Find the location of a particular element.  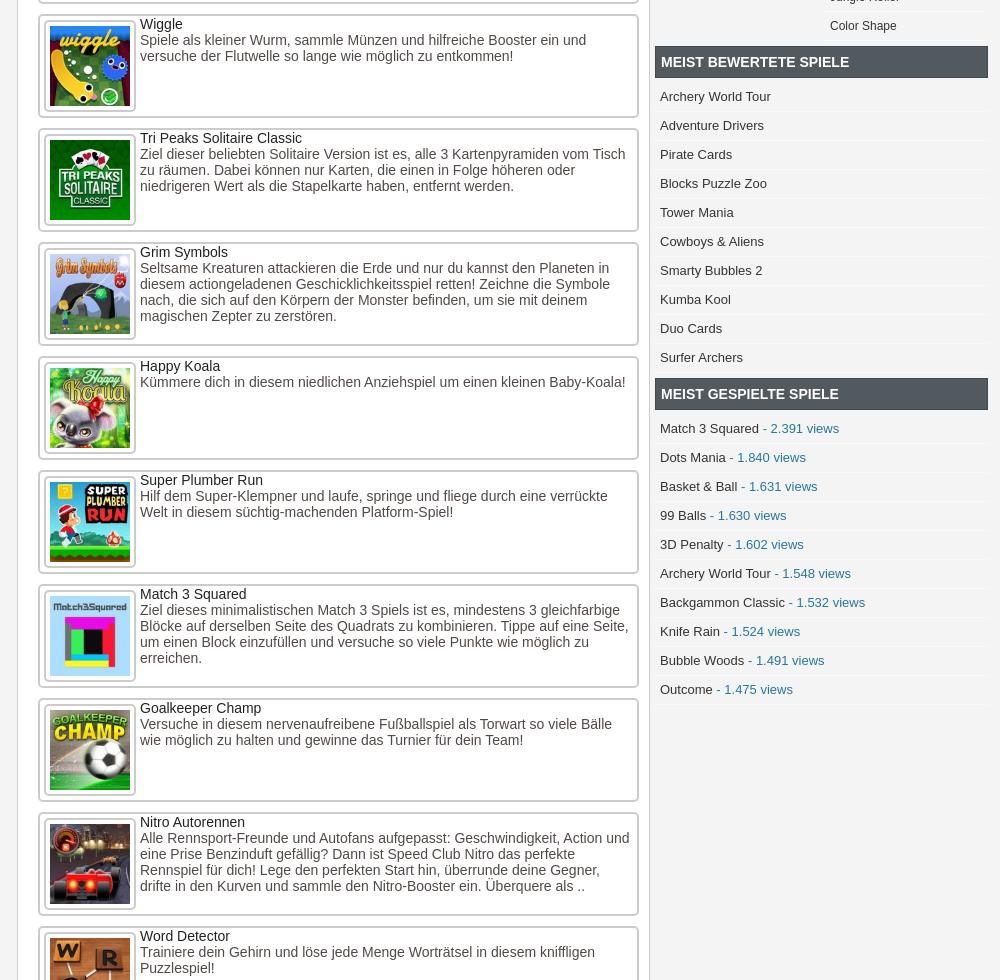

'Word Detector' is located at coordinates (185, 935).